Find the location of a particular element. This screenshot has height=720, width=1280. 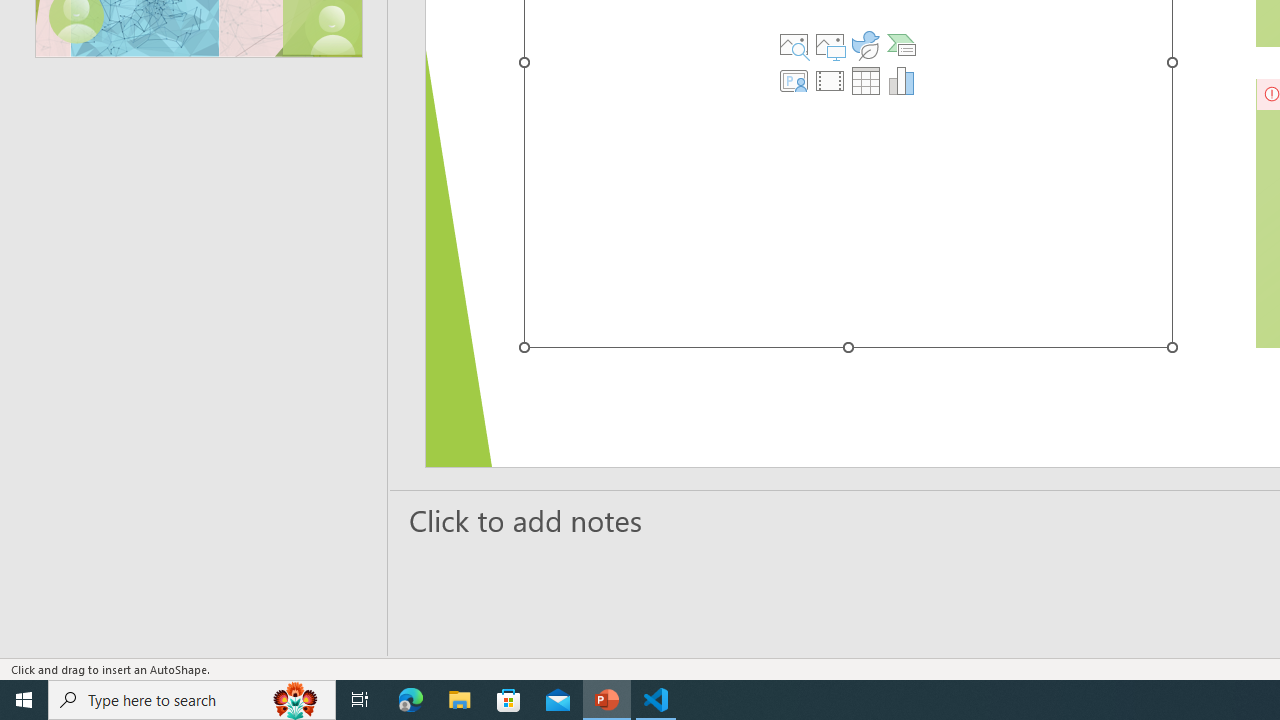

'Pictures' is located at coordinates (830, 45).